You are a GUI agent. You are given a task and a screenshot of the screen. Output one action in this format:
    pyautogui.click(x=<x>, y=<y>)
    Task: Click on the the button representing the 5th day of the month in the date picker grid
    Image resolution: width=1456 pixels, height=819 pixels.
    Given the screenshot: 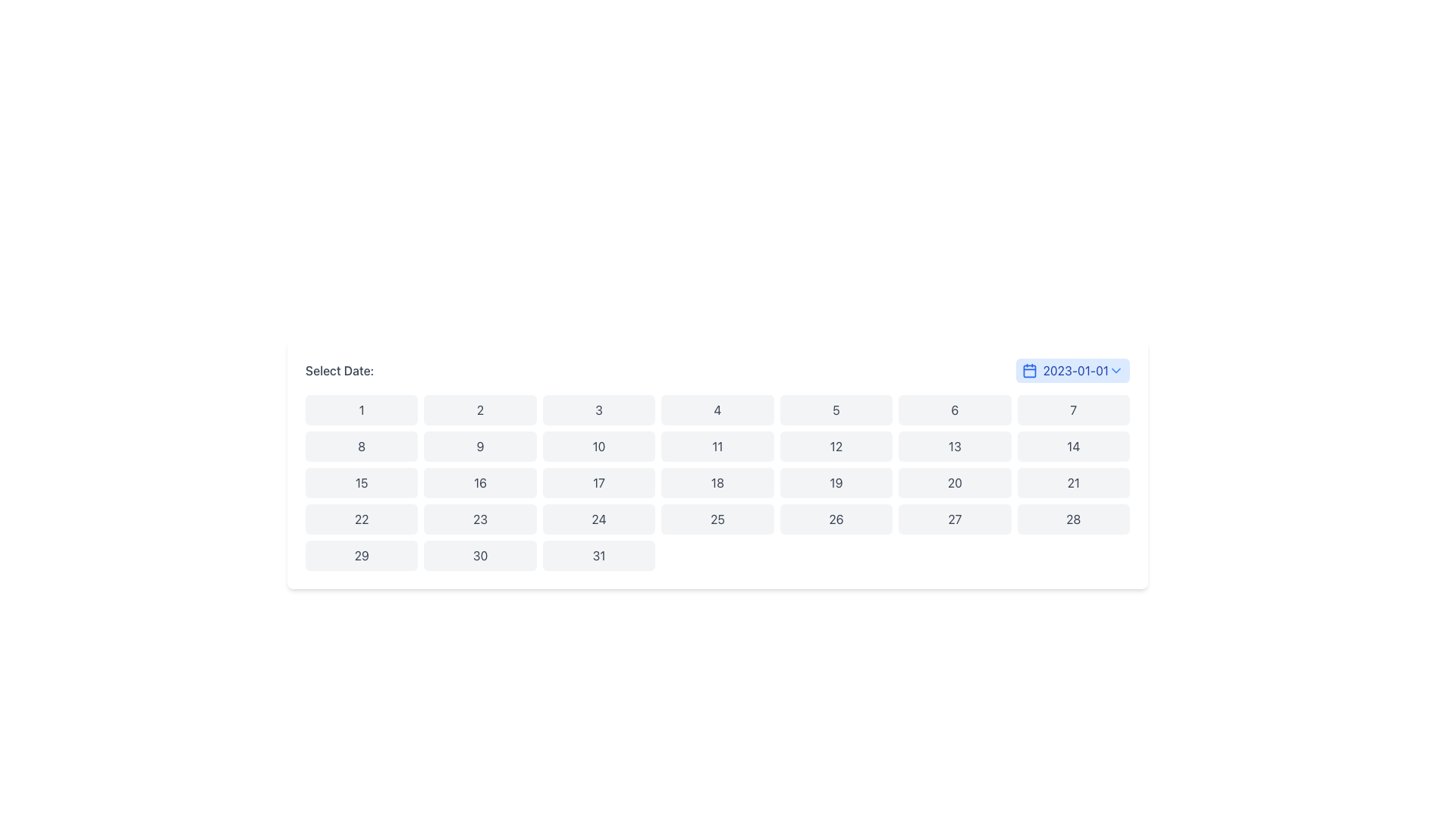 What is the action you would take?
    pyautogui.click(x=835, y=409)
    